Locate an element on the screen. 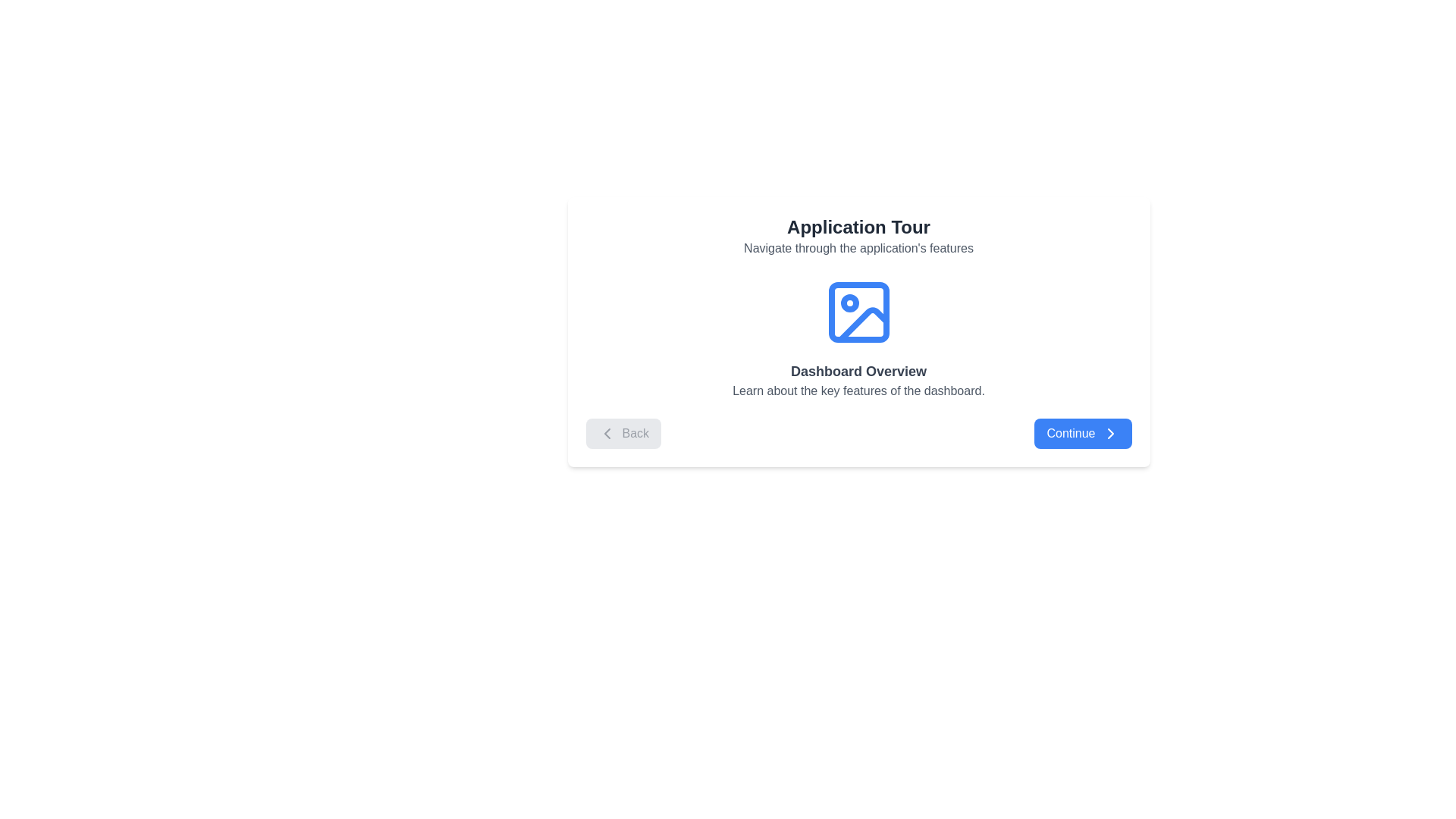 Image resolution: width=1456 pixels, height=819 pixels. the decorative rectangle with rounded corners that is centered above the text 'Dashboard Overview' in the main interface panel is located at coordinates (858, 312).